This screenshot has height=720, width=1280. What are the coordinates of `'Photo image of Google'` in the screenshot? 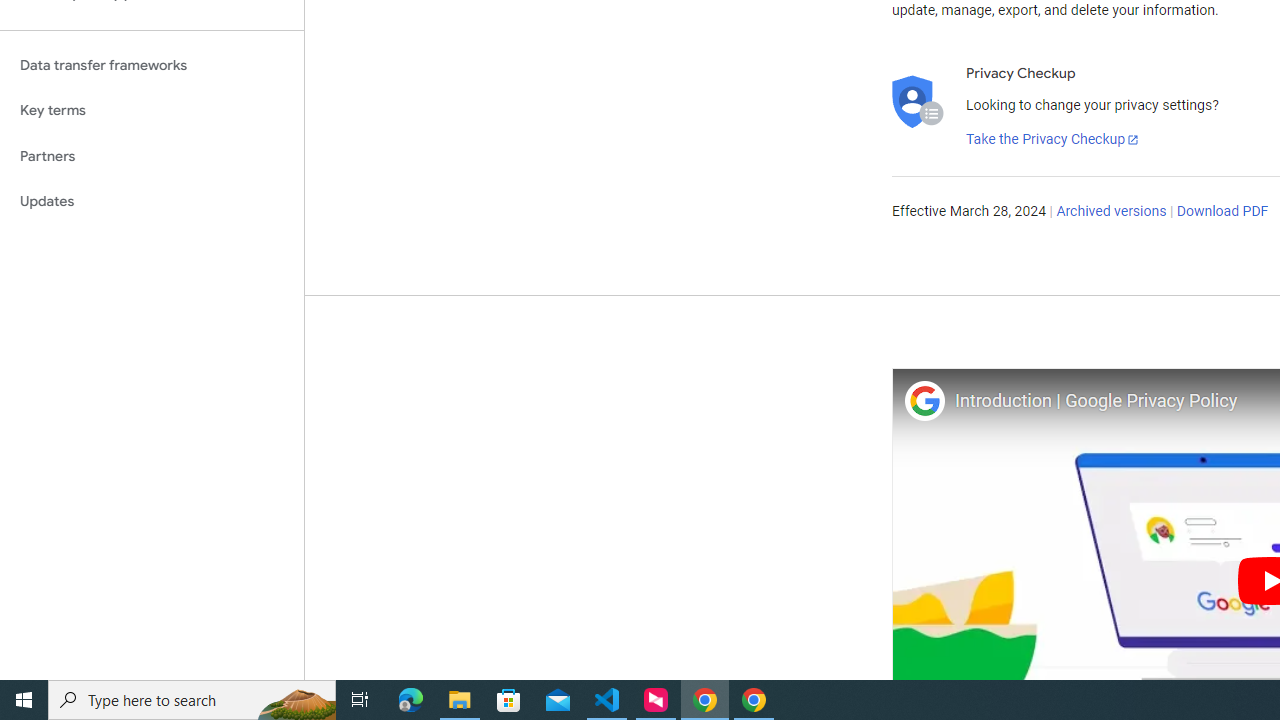 It's located at (923, 400).